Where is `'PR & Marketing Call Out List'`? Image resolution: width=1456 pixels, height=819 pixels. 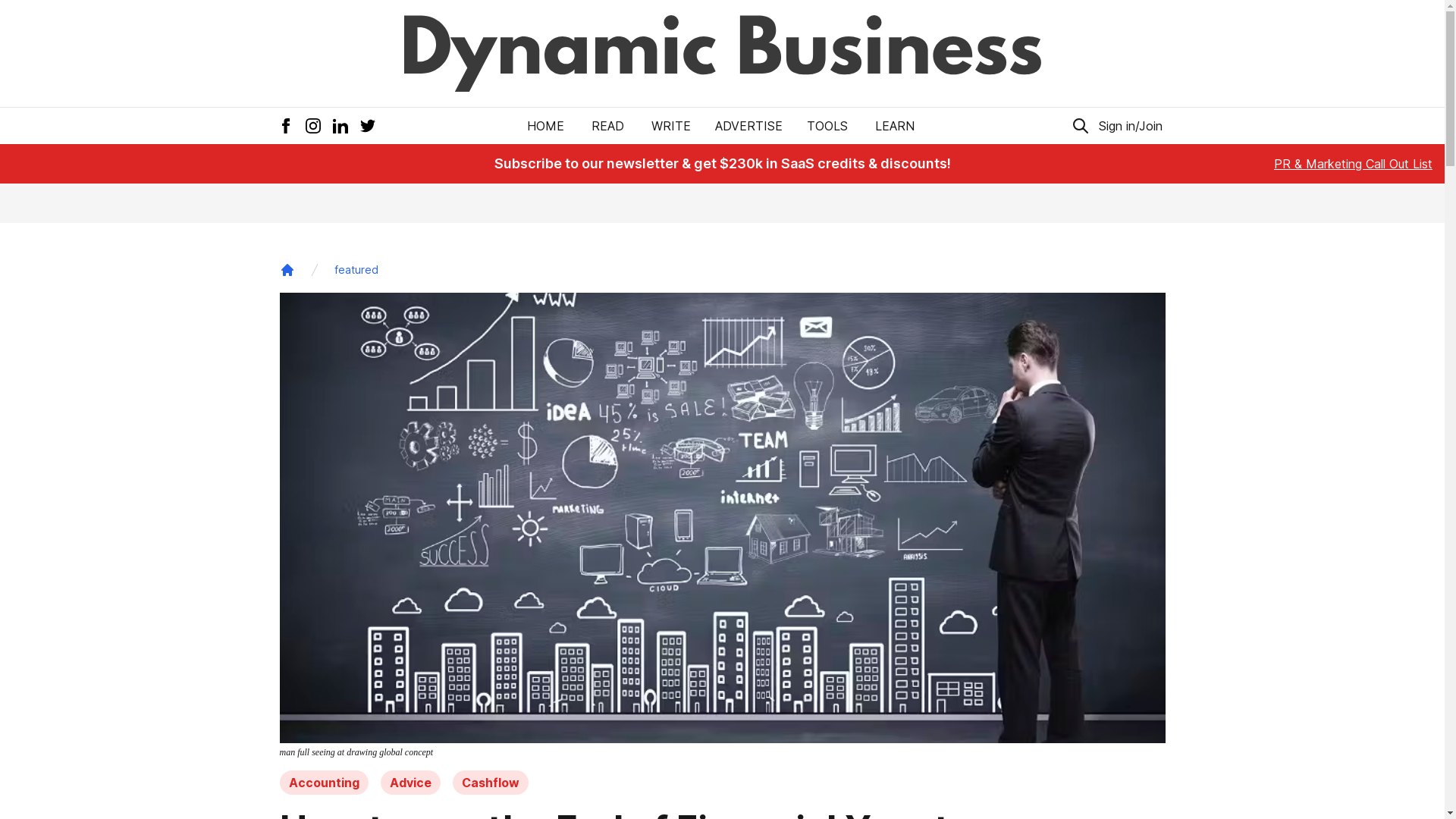
'PR & Marketing Call Out List' is located at coordinates (1353, 164).